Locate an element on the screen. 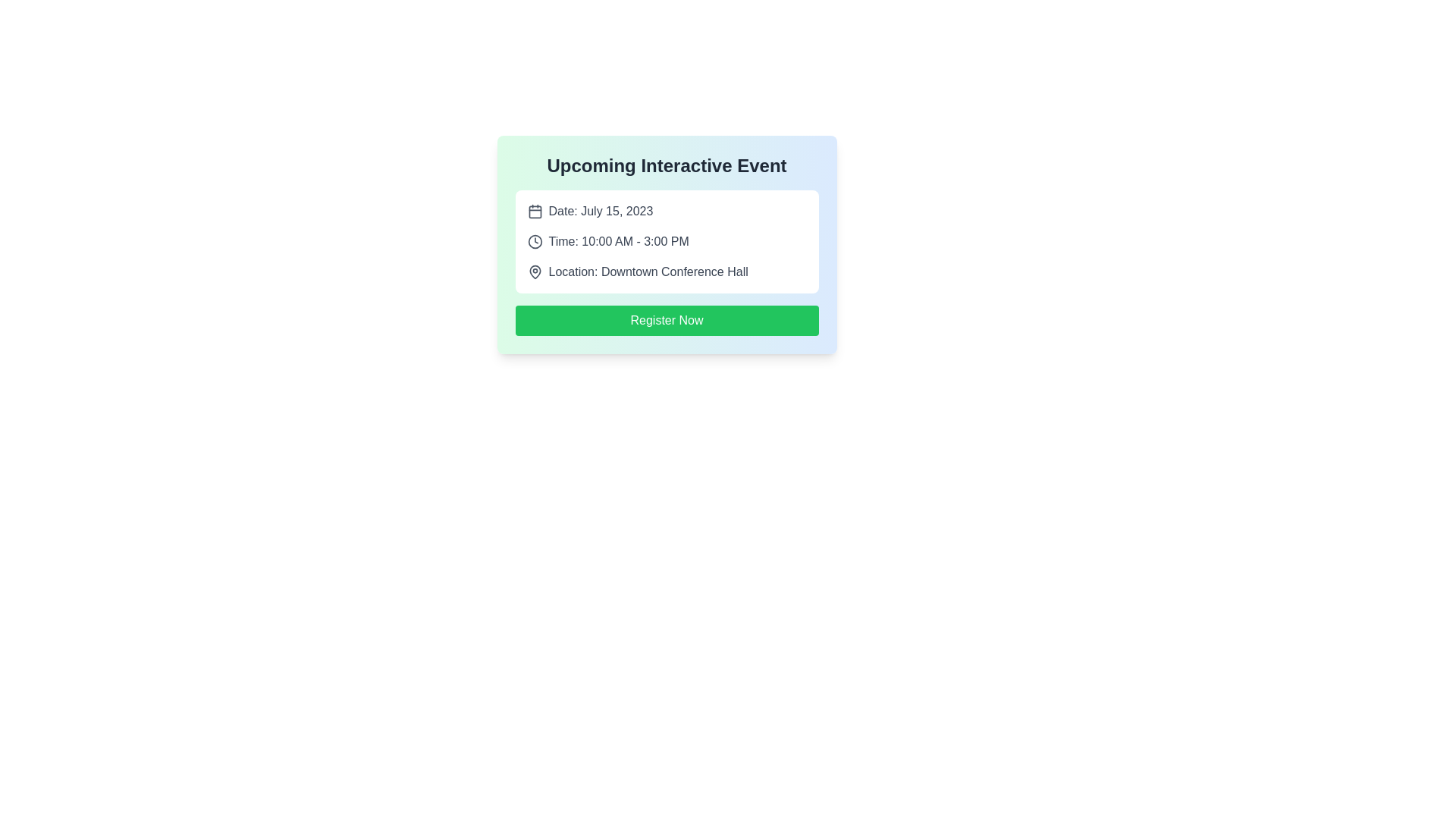 The width and height of the screenshot is (1456, 819). the label with an icon that indicates the location of an event, which is the last entry in a vertical list above the 'Register Now' button and below the 'Time: 10:00 AM - 3:00 PM' element is located at coordinates (667, 271).